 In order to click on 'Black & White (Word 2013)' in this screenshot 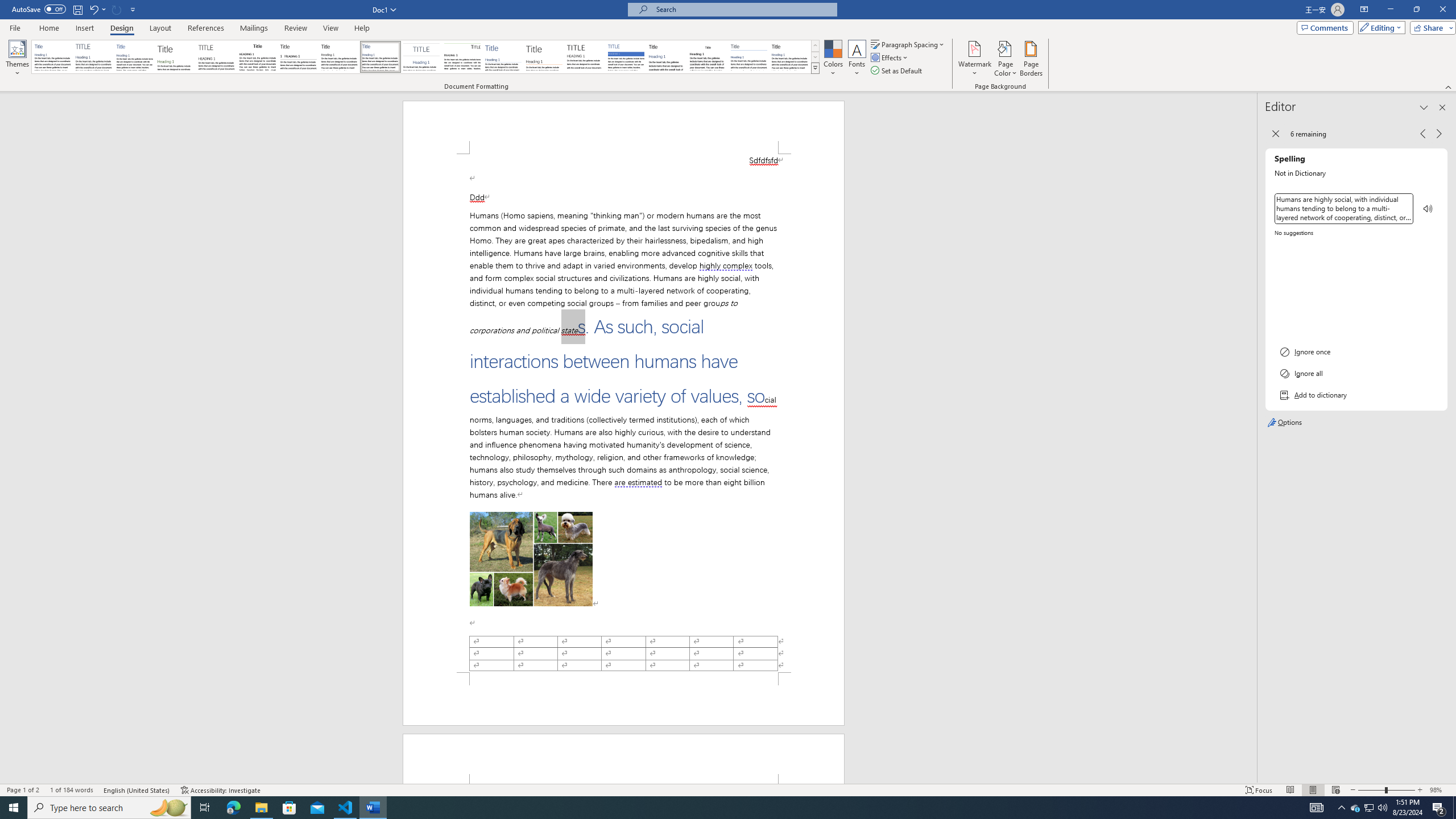, I will do `click(338, 56)`.